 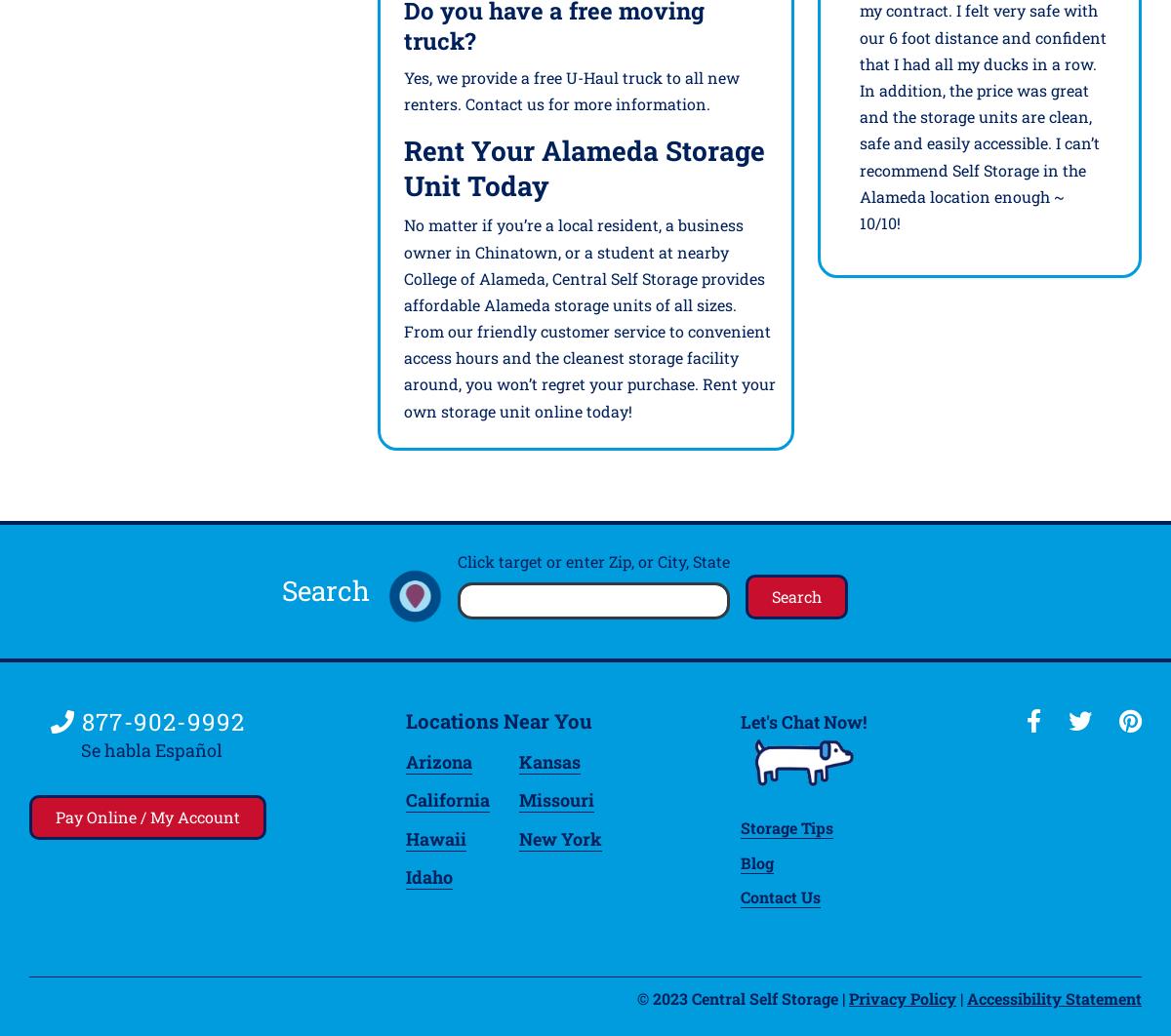 I want to click on 'Privacy Policy', so click(x=848, y=996).